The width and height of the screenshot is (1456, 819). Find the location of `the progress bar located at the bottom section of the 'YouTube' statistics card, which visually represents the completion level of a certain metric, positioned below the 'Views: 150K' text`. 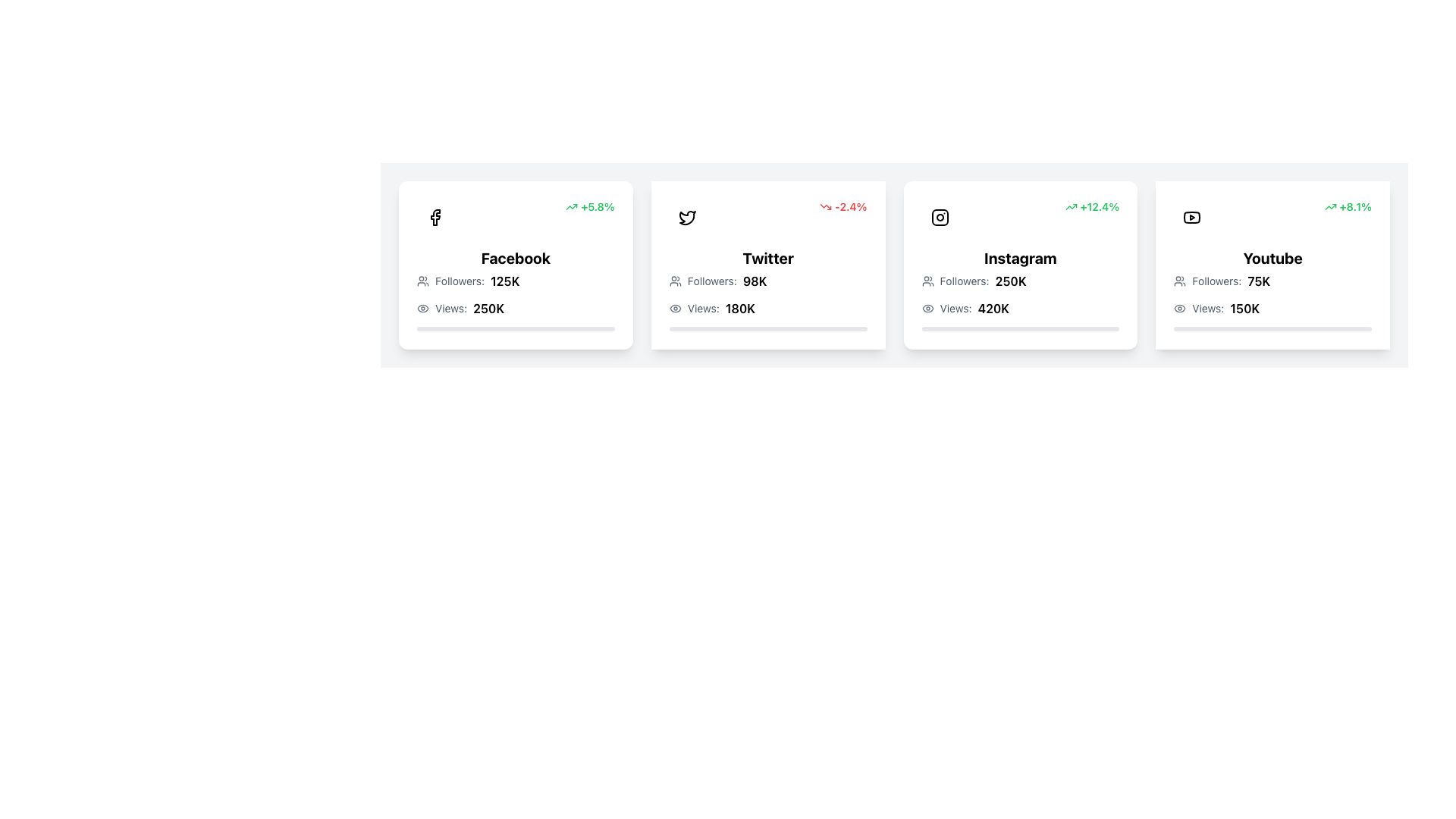

the progress bar located at the bottom section of the 'YouTube' statistics card, which visually represents the completion level of a certain metric, positioned below the 'Views: 150K' text is located at coordinates (1272, 328).